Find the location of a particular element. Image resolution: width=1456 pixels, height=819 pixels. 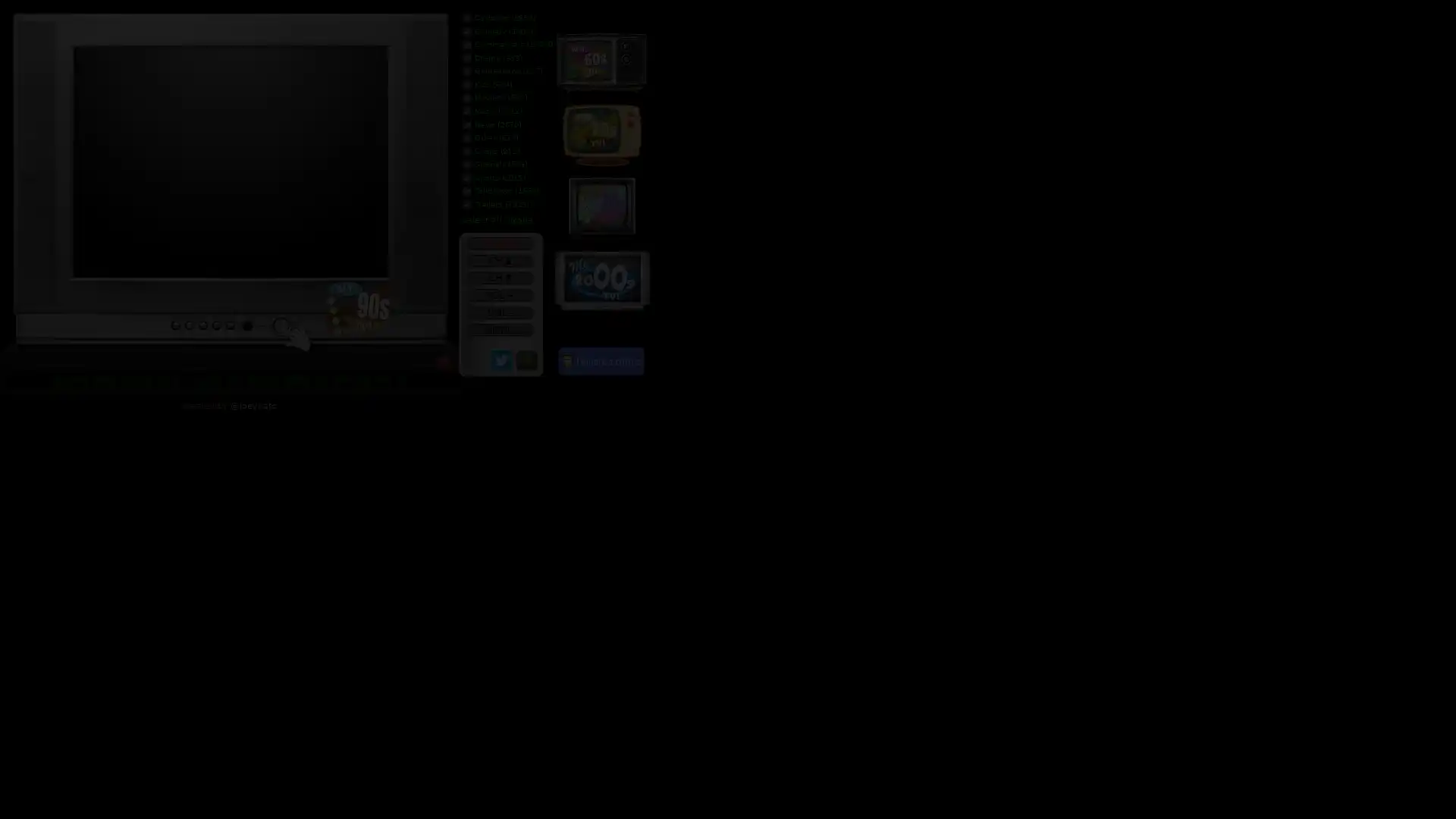

CH is located at coordinates (499, 259).